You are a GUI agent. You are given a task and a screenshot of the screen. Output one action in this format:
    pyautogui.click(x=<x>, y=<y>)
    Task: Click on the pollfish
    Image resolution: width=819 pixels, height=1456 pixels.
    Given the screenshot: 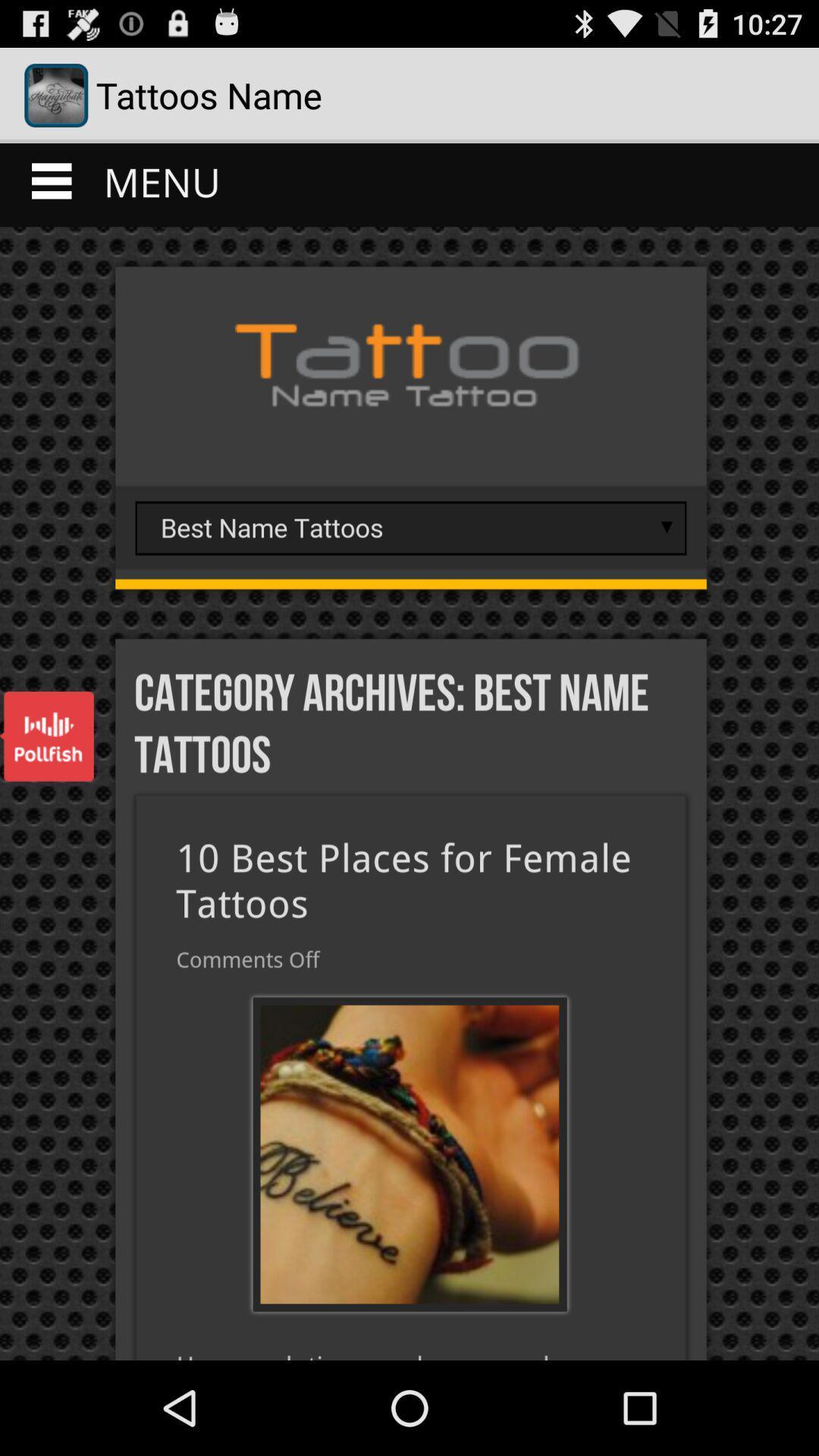 What is the action you would take?
    pyautogui.click(x=45, y=736)
    